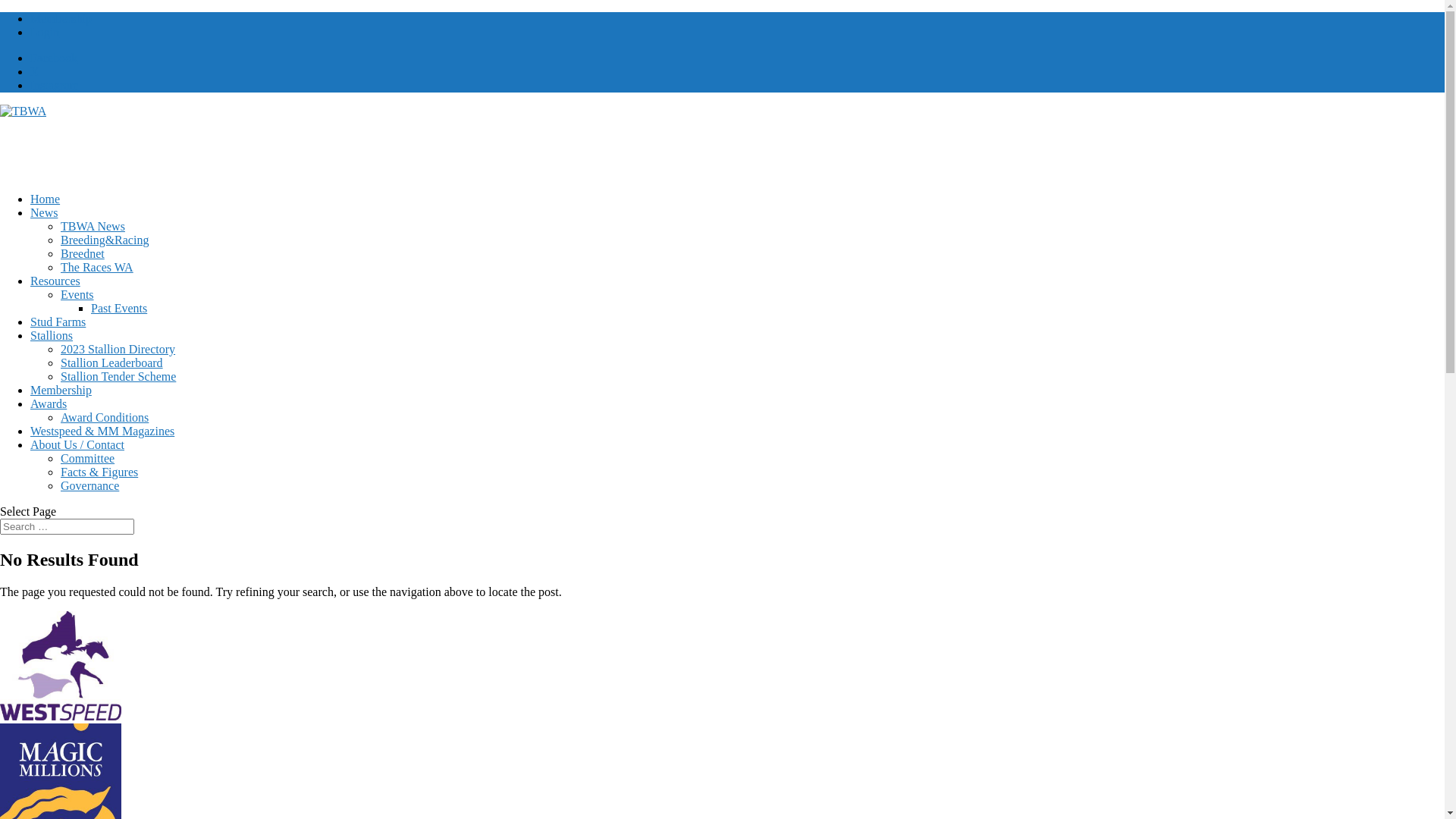 The height and width of the screenshot is (819, 1456). What do you see at coordinates (101, 431) in the screenshot?
I see `'Westspeed & MM Magazines'` at bounding box center [101, 431].